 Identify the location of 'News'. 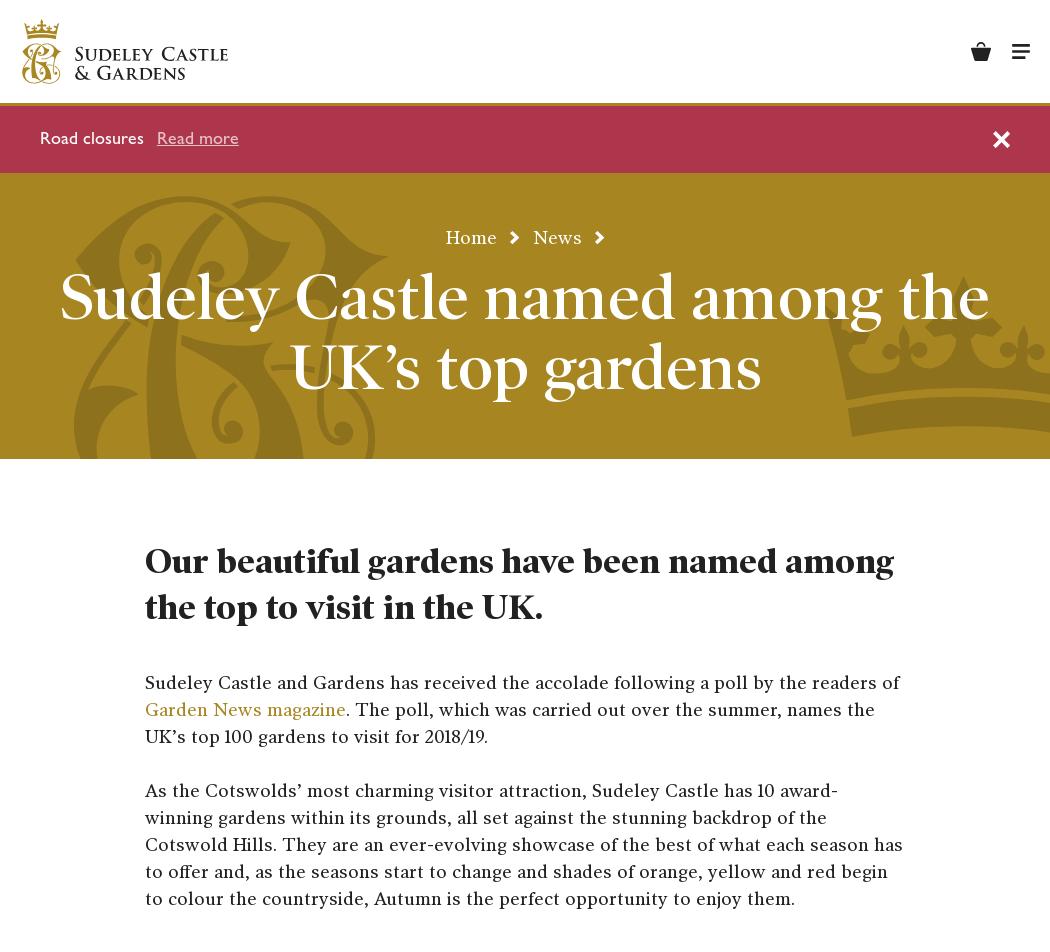
(557, 236).